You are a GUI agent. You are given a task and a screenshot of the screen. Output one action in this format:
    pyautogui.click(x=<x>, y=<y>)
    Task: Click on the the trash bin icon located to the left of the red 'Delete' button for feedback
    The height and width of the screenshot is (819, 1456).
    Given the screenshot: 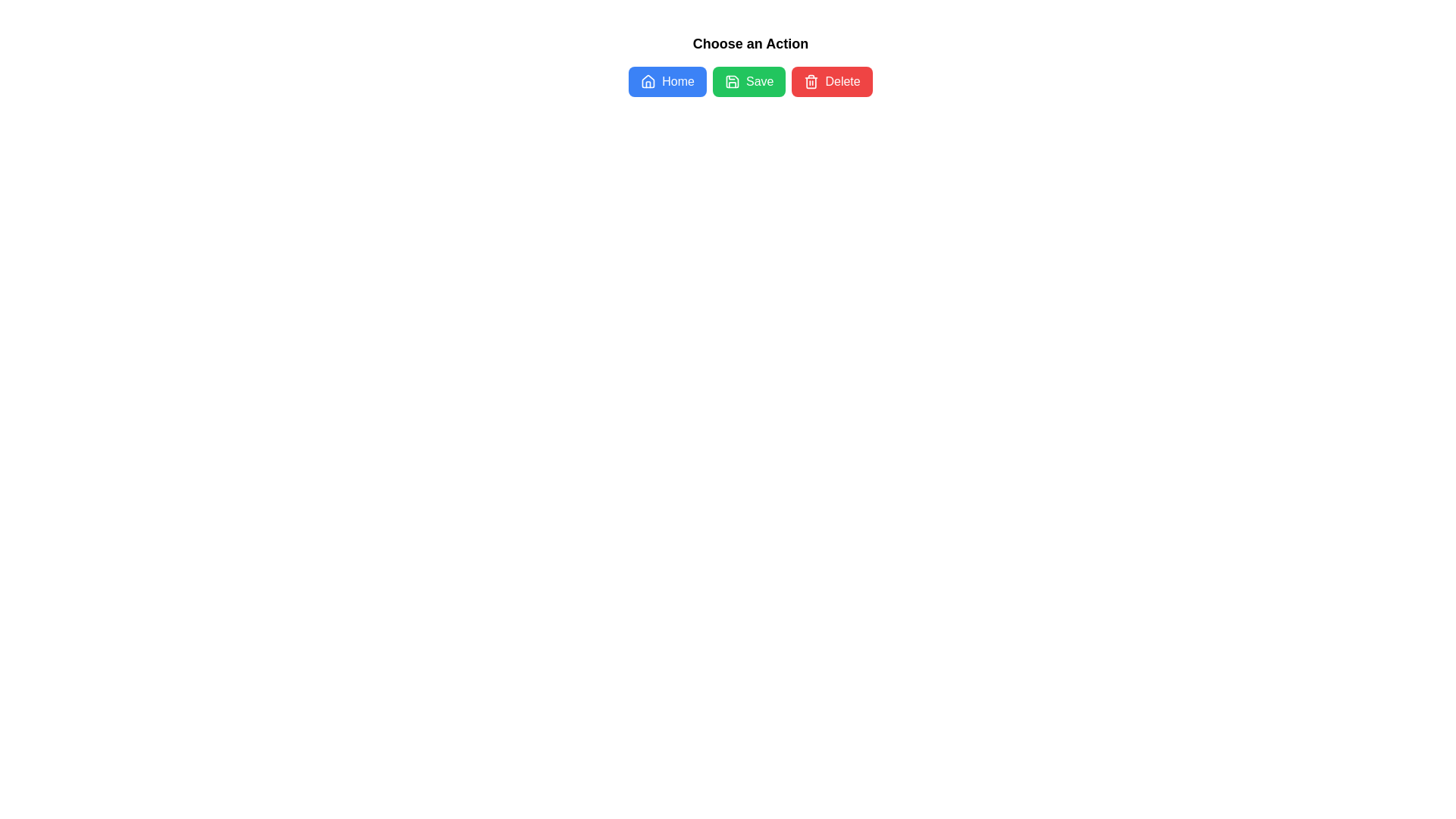 What is the action you would take?
    pyautogui.click(x=811, y=82)
    